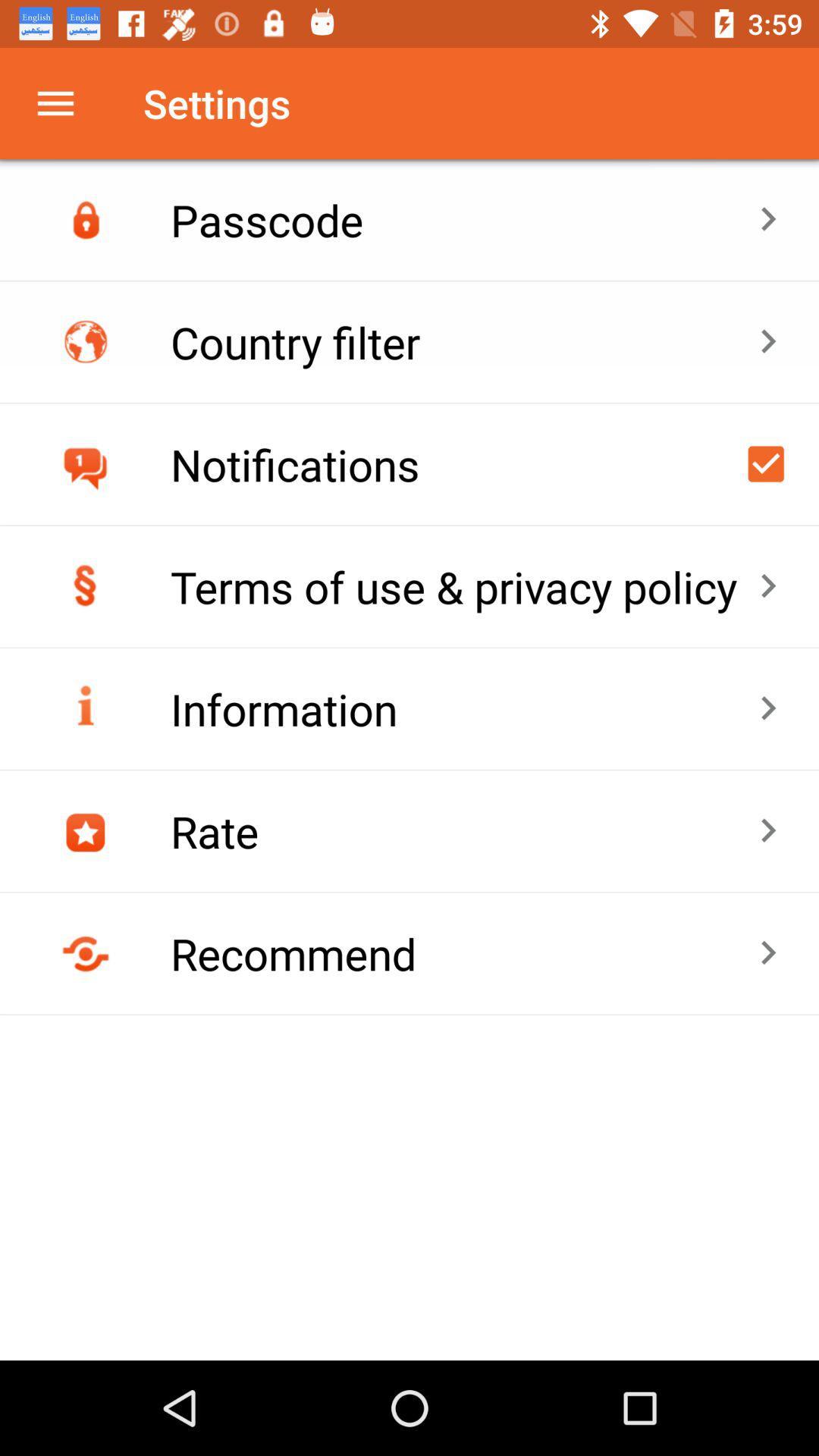 The image size is (819, 1456). I want to click on icon above the information, so click(463, 585).